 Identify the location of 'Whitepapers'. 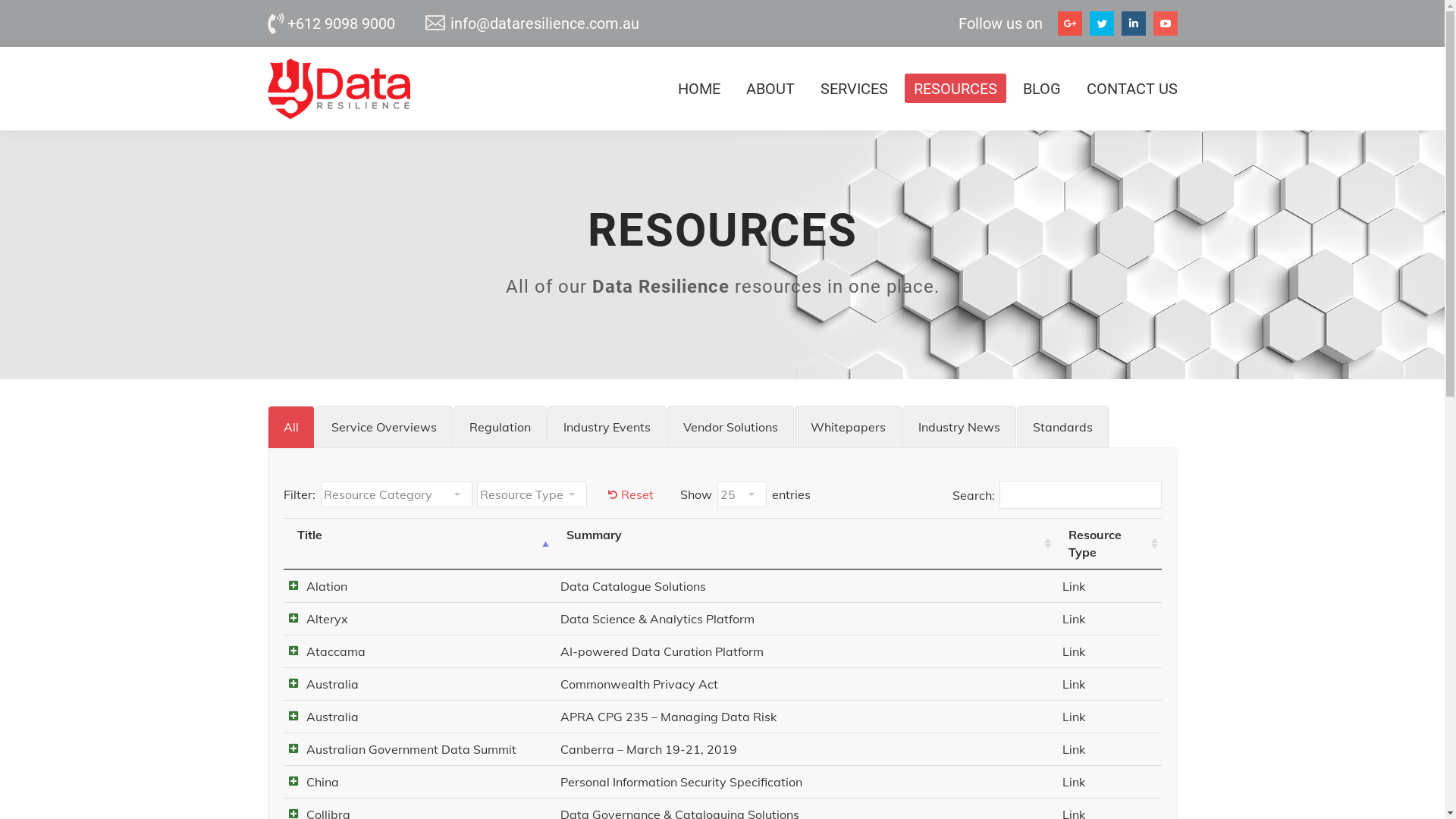
(793, 427).